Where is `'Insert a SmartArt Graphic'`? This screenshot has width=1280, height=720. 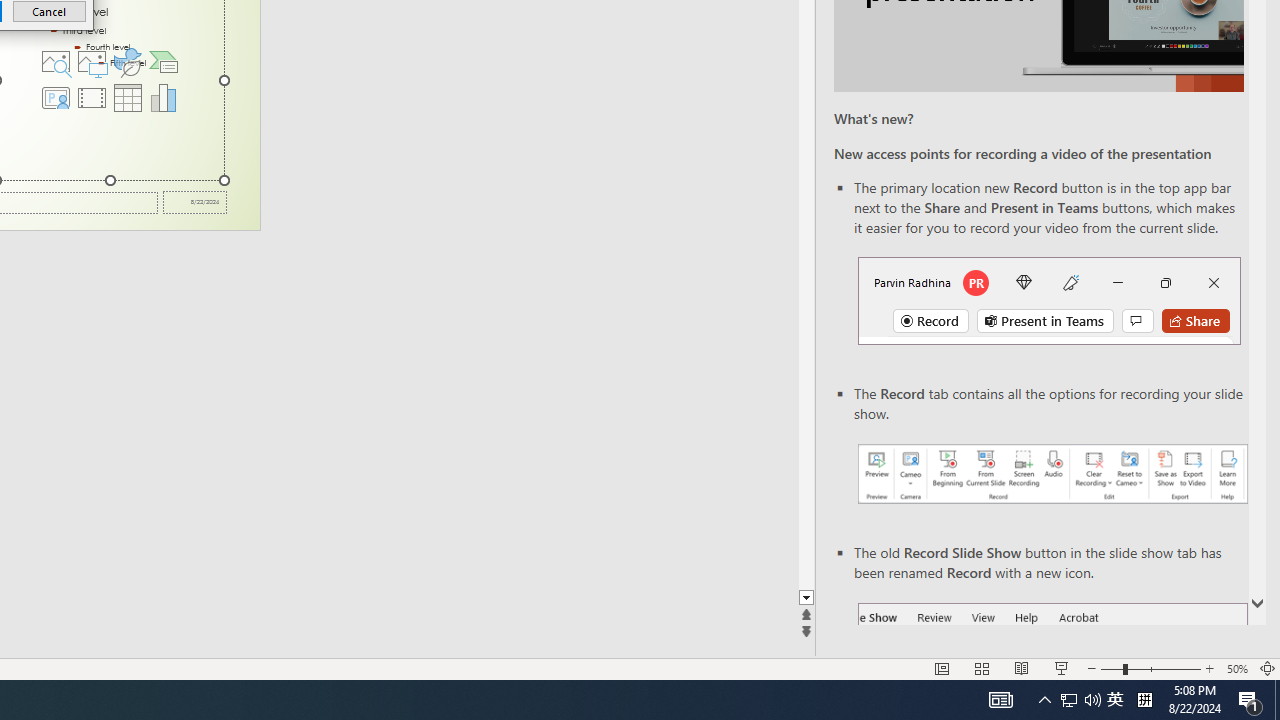
'Insert a SmartArt Graphic' is located at coordinates (164, 60).